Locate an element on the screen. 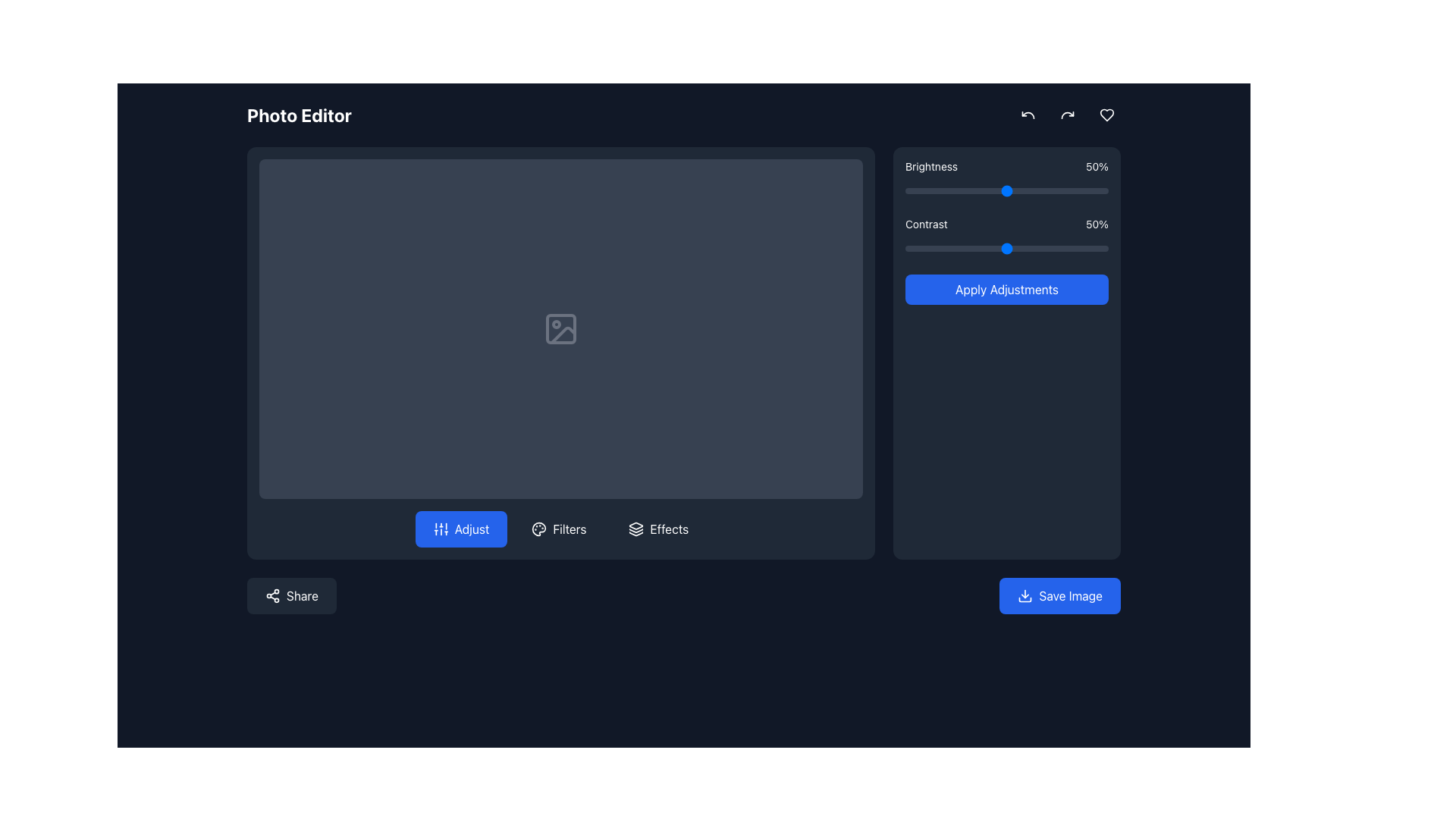 The width and height of the screenshot is (1456, 819). the brightness label that displays the current value ('50%') positioned above the brightness adjustment slider in the control panel is located at coordinates (1007, 166).